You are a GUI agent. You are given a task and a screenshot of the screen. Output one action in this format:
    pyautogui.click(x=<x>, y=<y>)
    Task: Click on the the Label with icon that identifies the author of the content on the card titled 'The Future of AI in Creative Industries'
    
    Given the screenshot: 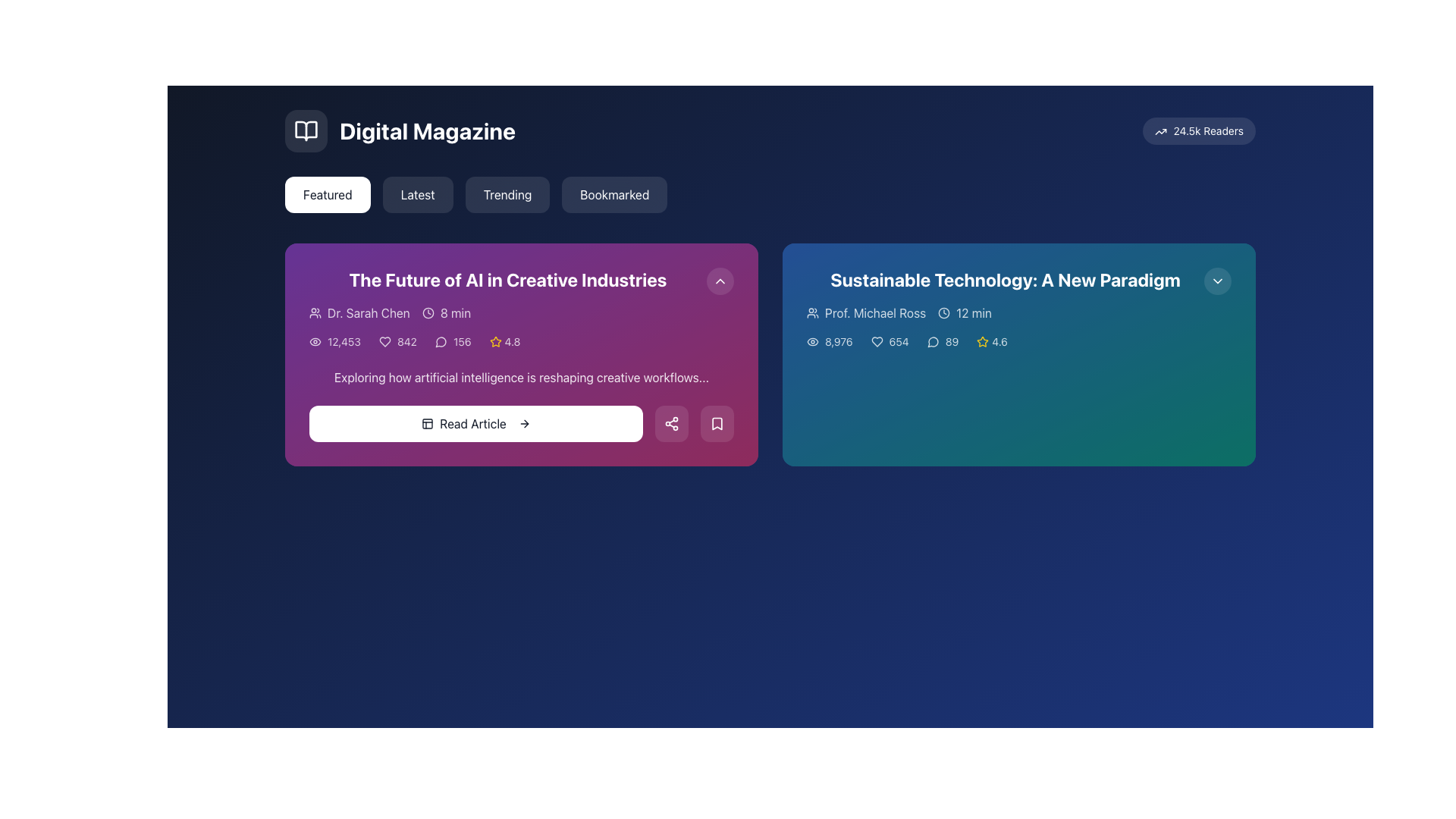 What is the action you would take?
    pyautogui.click(x=359, y=312)
    